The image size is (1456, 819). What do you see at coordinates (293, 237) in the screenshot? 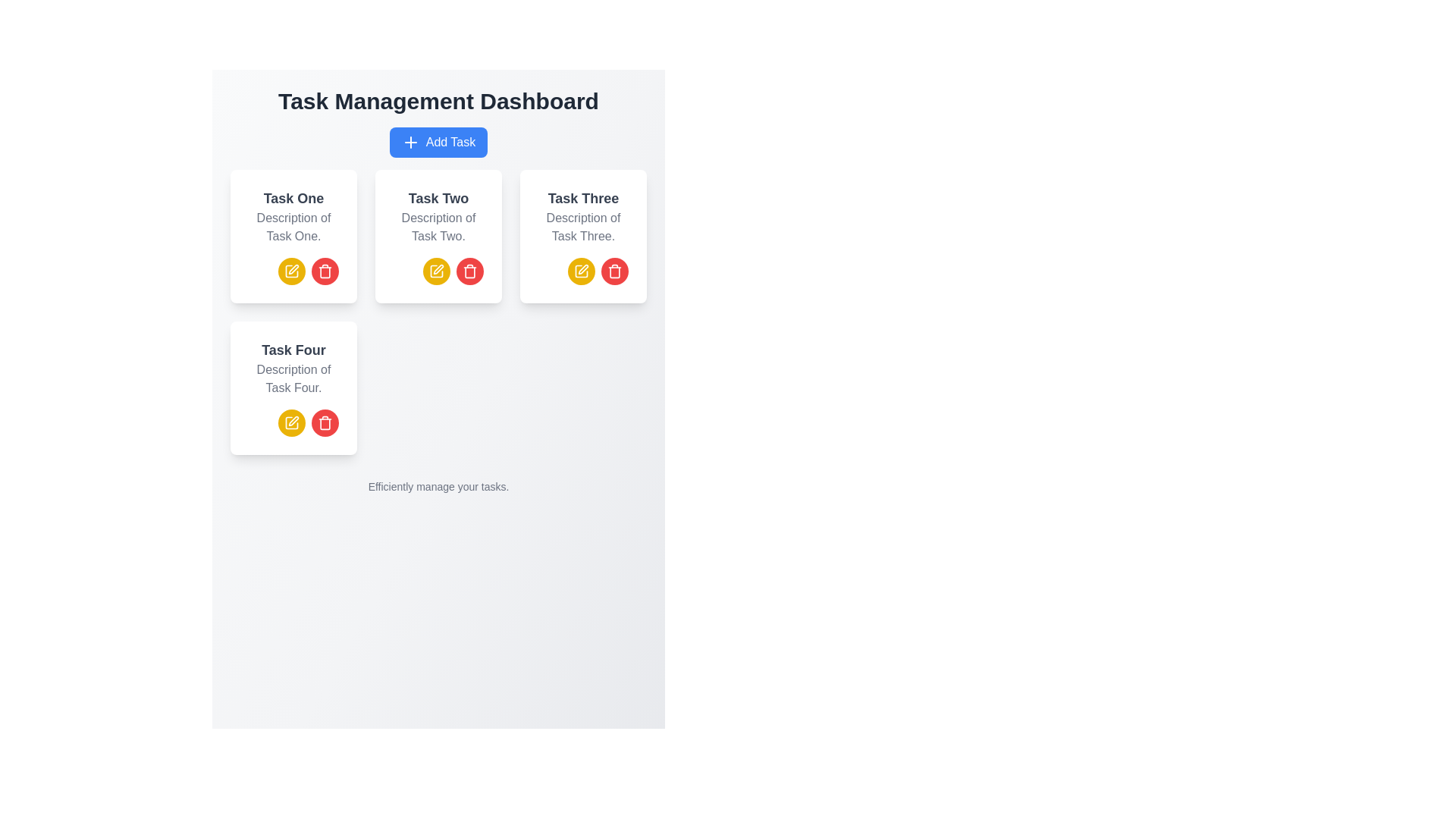
I see `the yellow edit button on the task card titled 'Task One', which is located at the top-left corner of the layout` at bounding box center [293, 237].